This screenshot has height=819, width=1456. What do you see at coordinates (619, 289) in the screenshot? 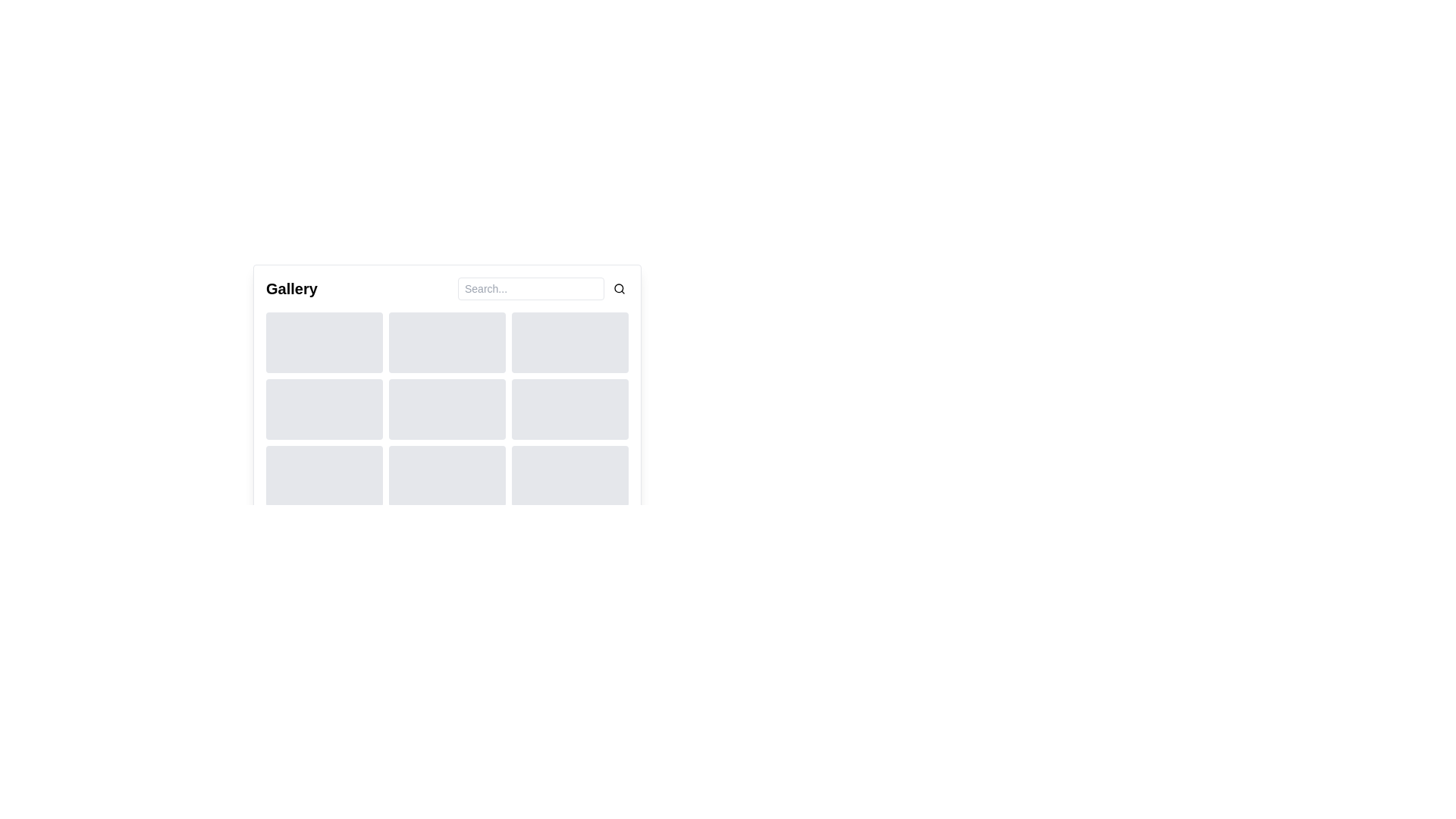
I see `the magnifying glass icon located at the far-right end of the search bar` at bounding box center [619, 289].